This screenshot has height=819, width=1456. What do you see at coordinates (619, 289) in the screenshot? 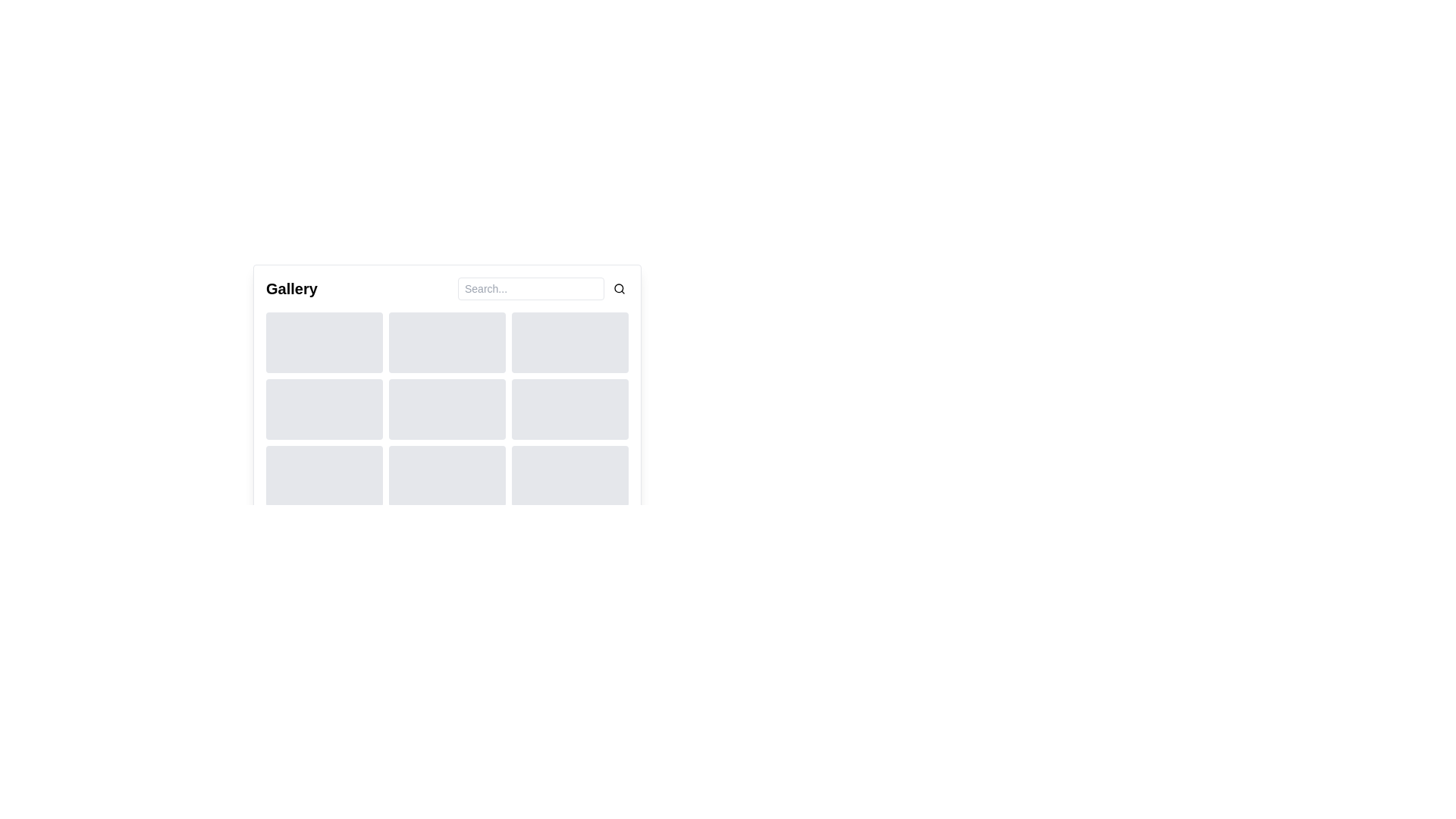
I see `the magnifying glass icon located at the far-right end of the search bar` at bounding box center [619, 289].